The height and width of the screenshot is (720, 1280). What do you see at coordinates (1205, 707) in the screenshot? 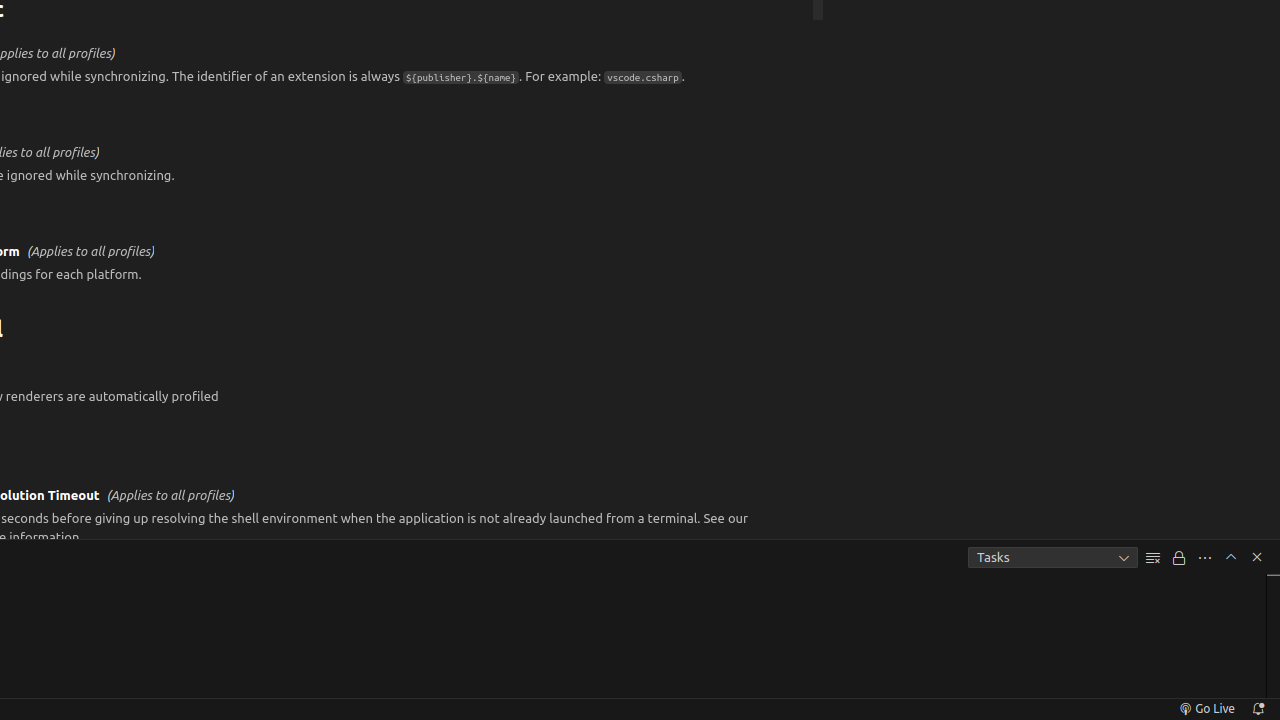
I see `'broadcast Go Live, Click to run live server'` at bounding box center [1205, 707].